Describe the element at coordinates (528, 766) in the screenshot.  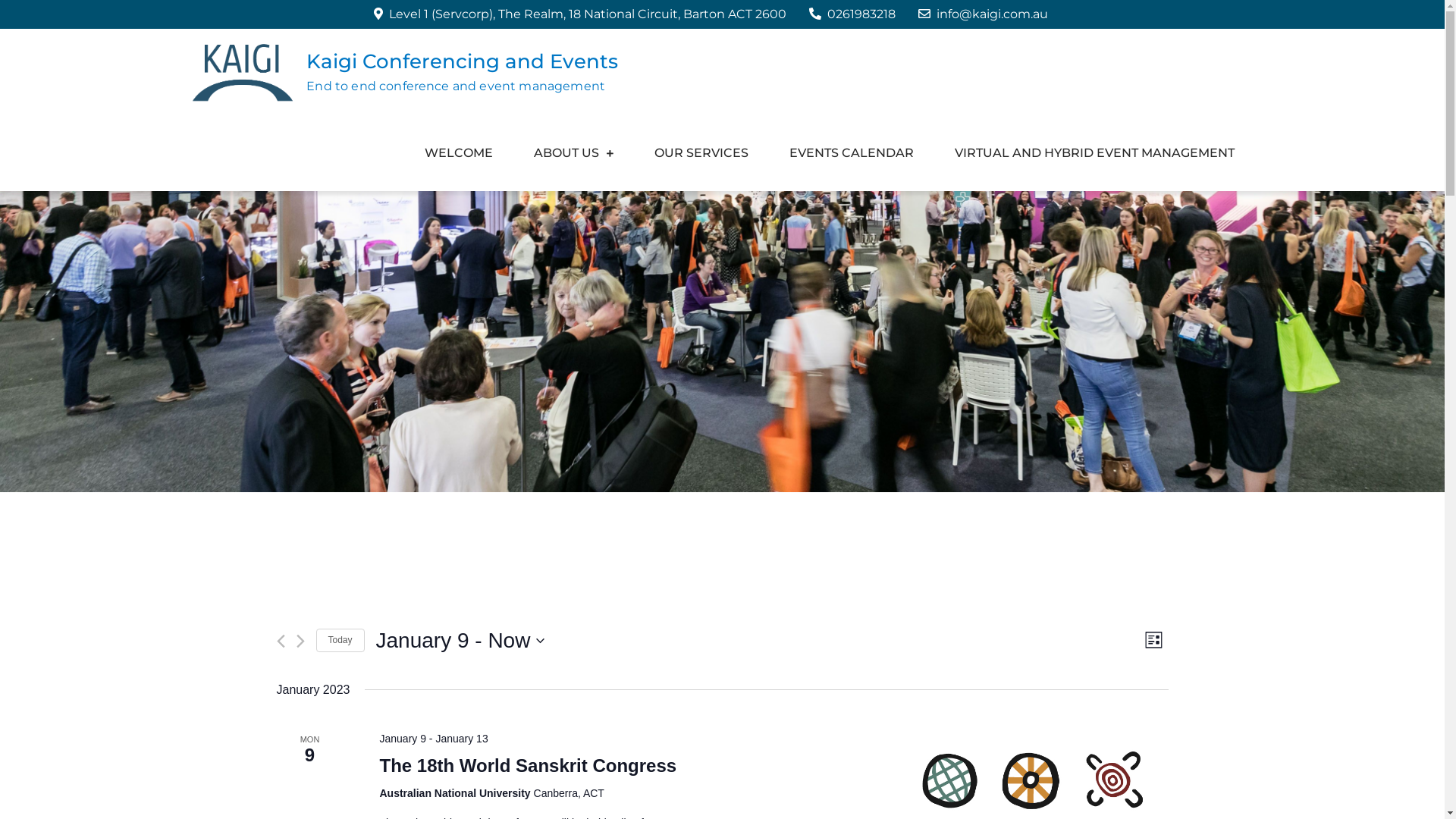
I see `'The 18th World Sanskrit Congress'` at that location.